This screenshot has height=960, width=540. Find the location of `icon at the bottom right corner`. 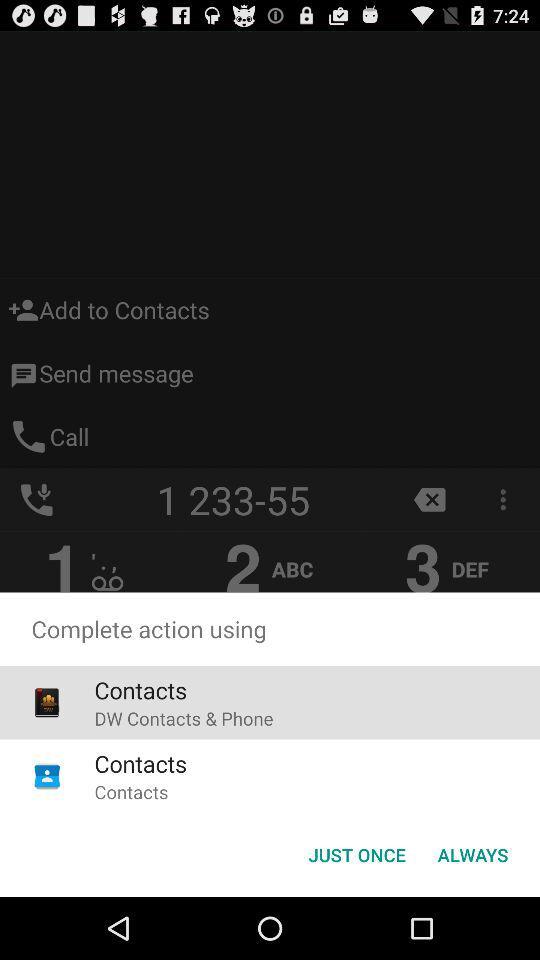

icon at the bottom right corner is located at coordinates (472, 853).